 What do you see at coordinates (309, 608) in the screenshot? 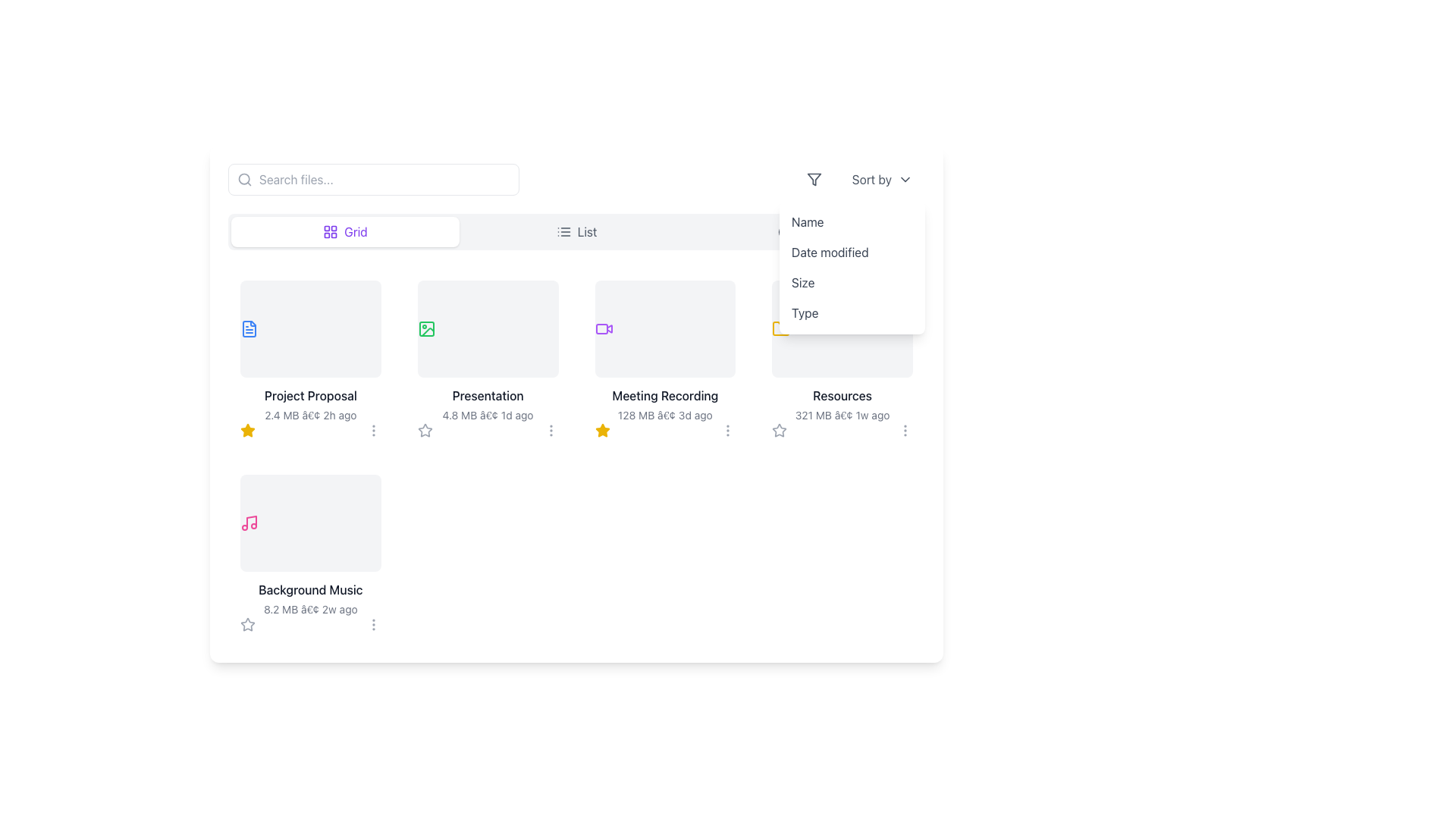
I see `the static text label displaying file information (size and last modified time) located below 'Background Music' in the bottom-left corner of the file grid` at bounding box center [309, 608].